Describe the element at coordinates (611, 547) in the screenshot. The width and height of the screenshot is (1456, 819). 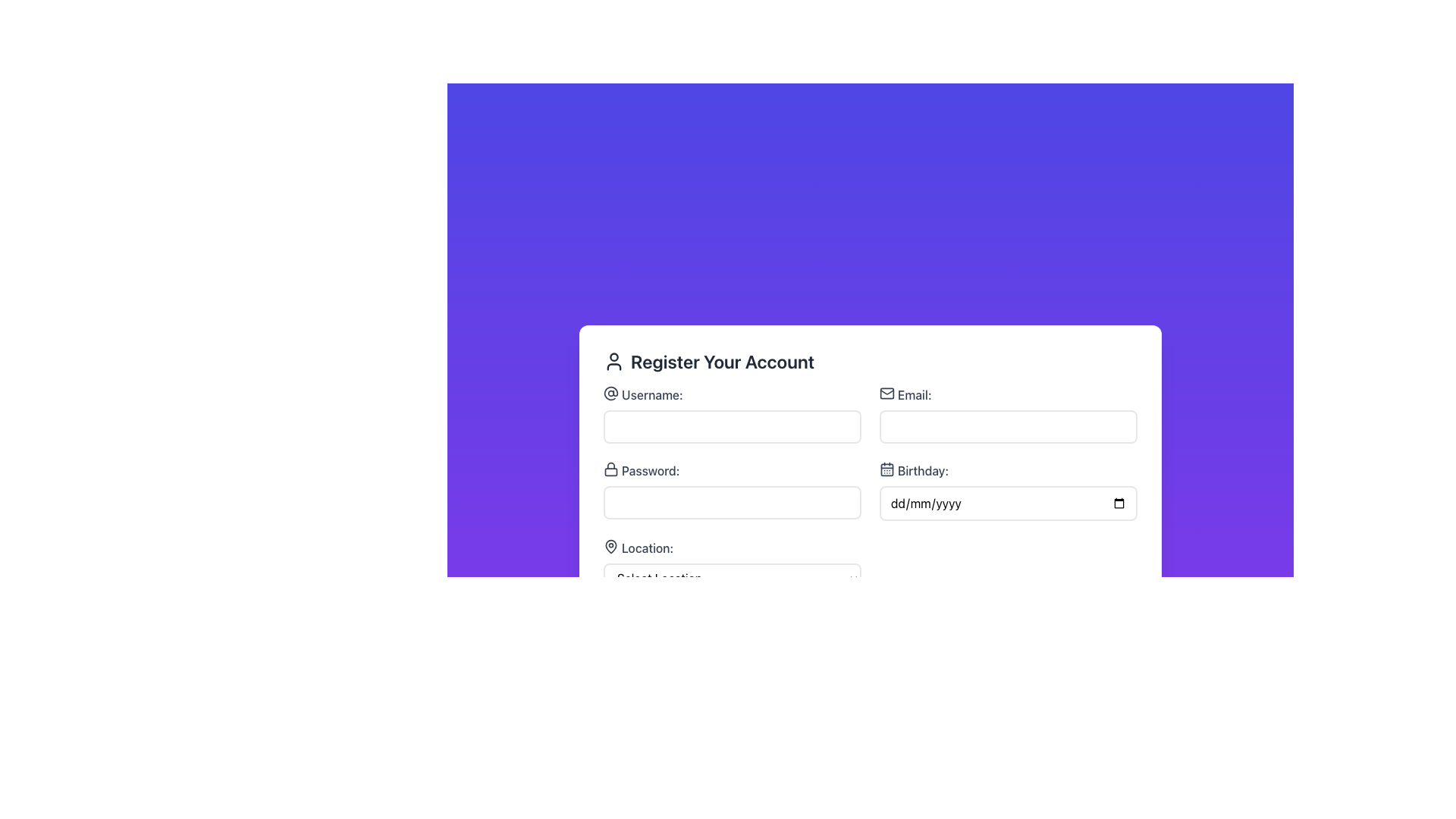
I see `the decorative location icon positioned to the left of the 'Location:' label, which is situated between the 'Password' and 'Email' fields` at that location.